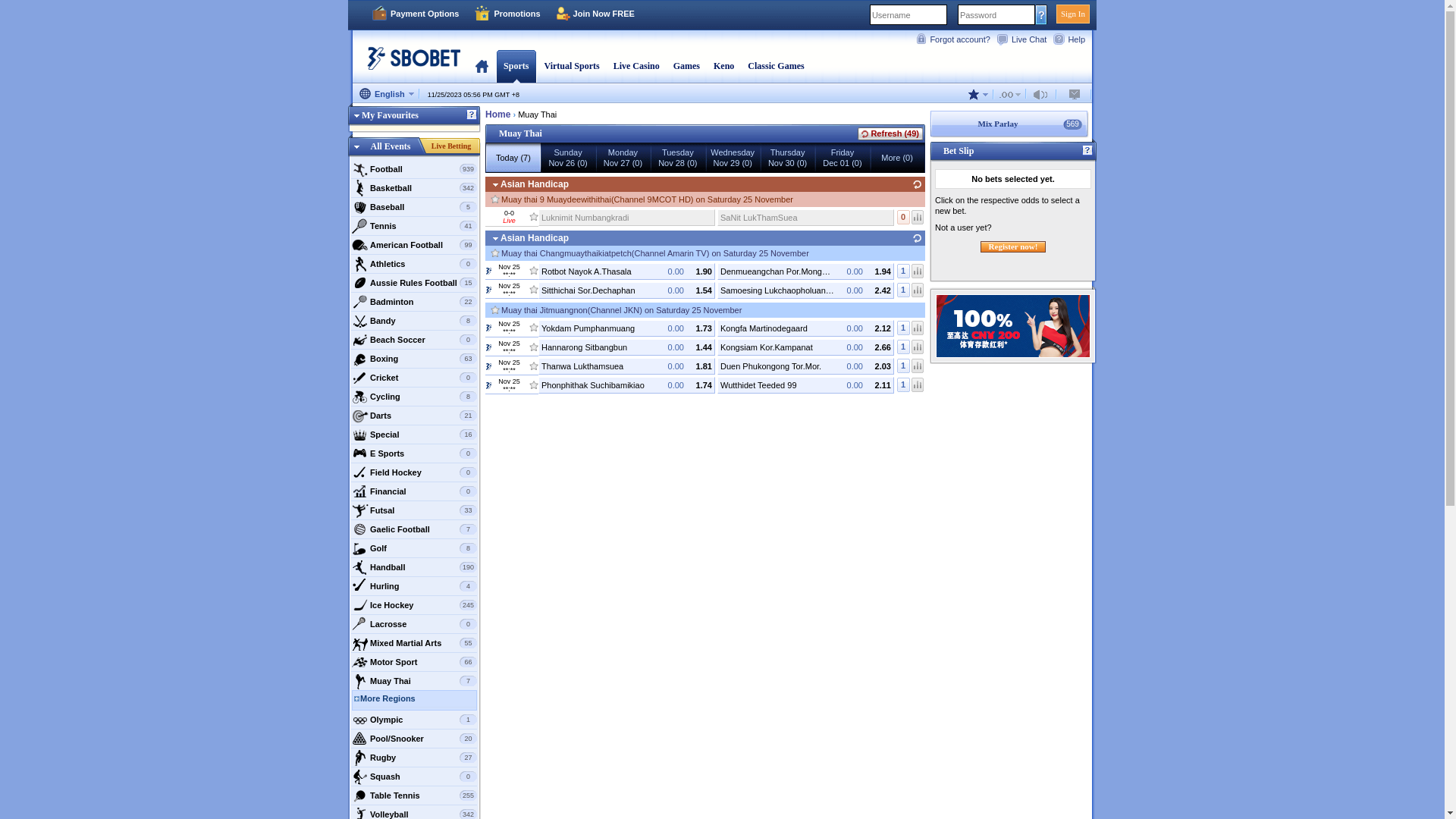 Image resolution: width=1456 pixels, height=819 pixels. What do you see at coordinates (673, 65) in the screenshot?
I see `'Games'` at bounding box center [673, 65].